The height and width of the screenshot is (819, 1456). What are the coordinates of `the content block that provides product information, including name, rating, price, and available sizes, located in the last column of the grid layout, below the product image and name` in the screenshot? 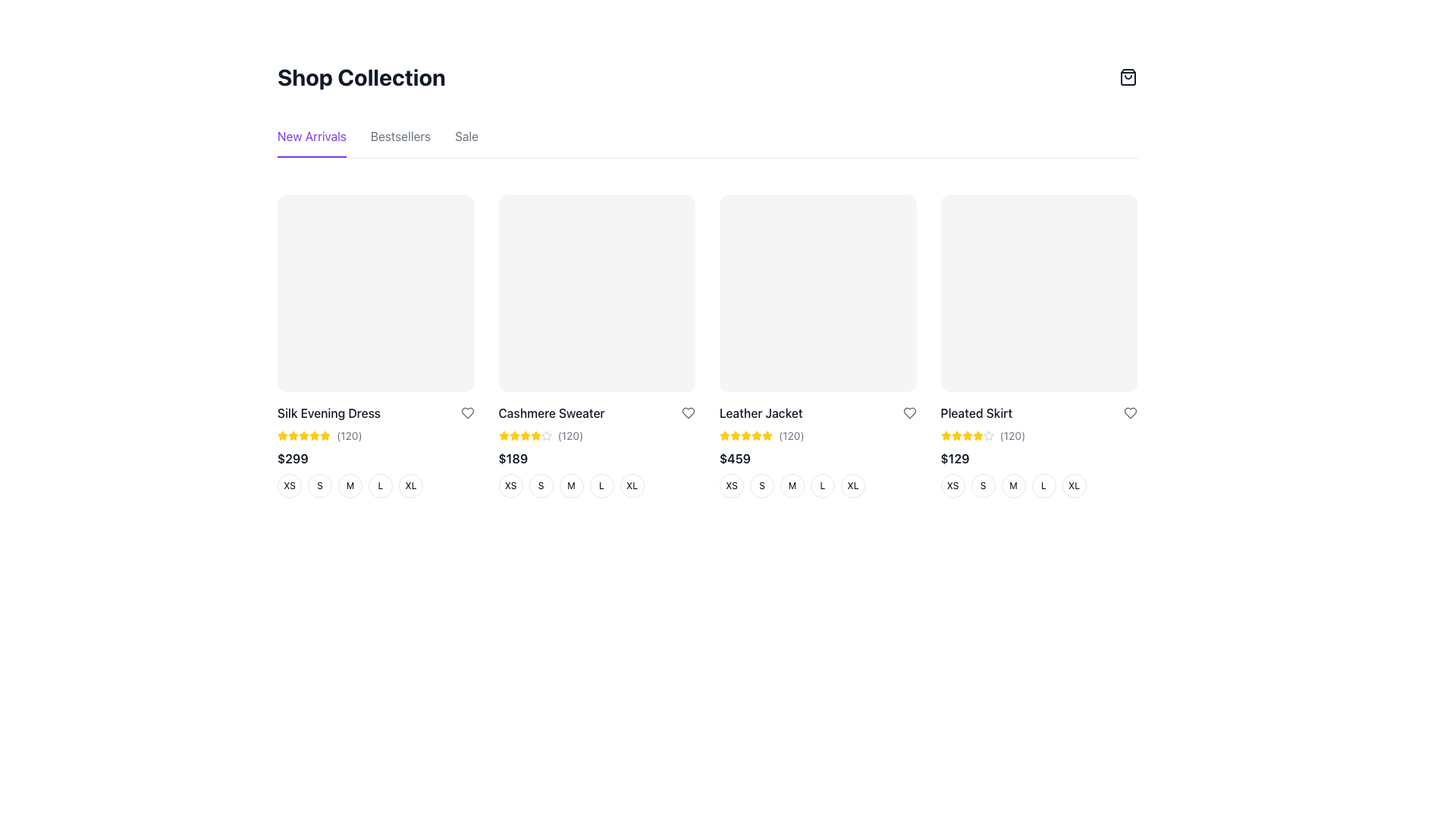 It's located at (1038, 450).